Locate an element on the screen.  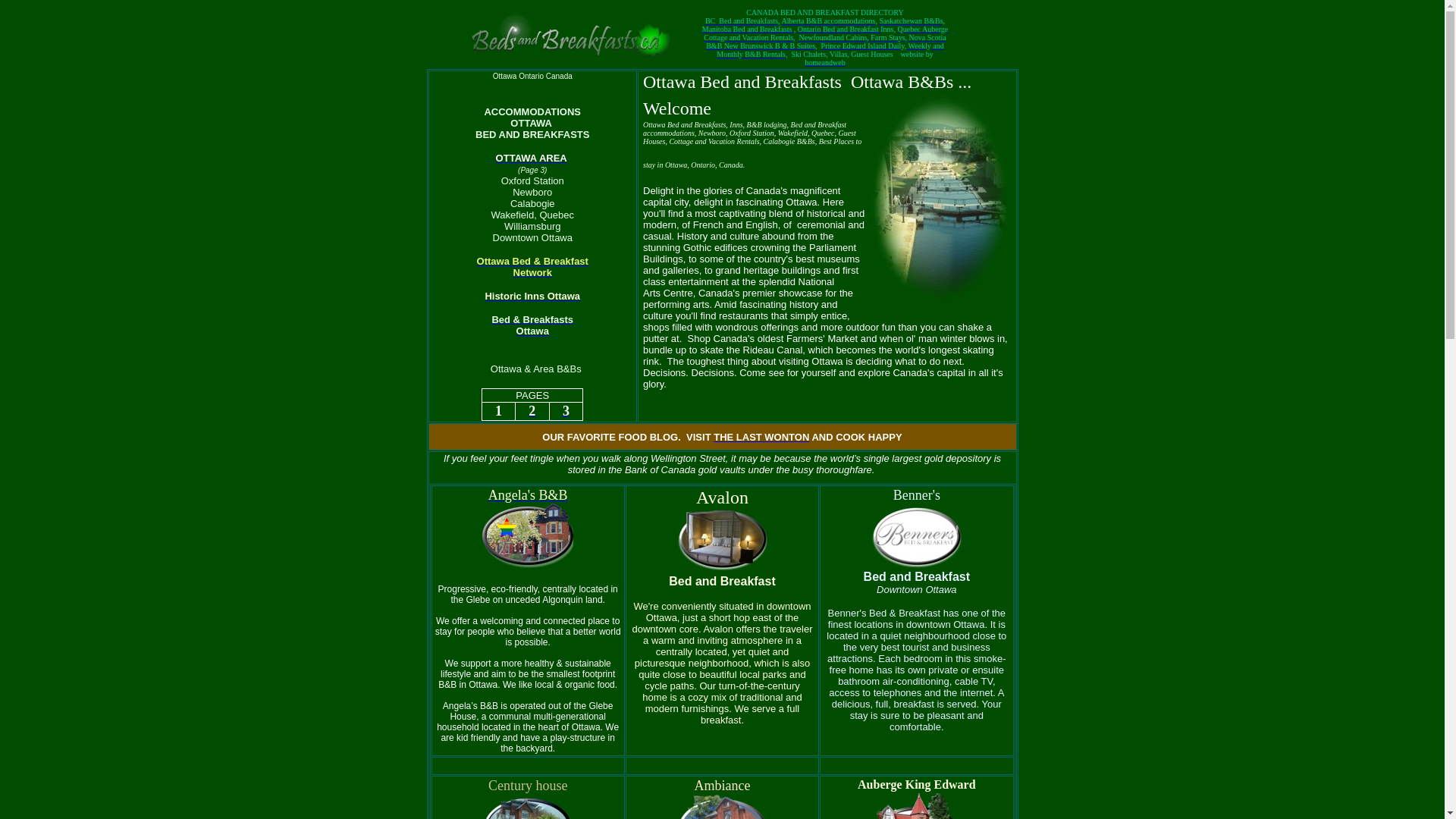
'3' is located at coordinates (565, 411).